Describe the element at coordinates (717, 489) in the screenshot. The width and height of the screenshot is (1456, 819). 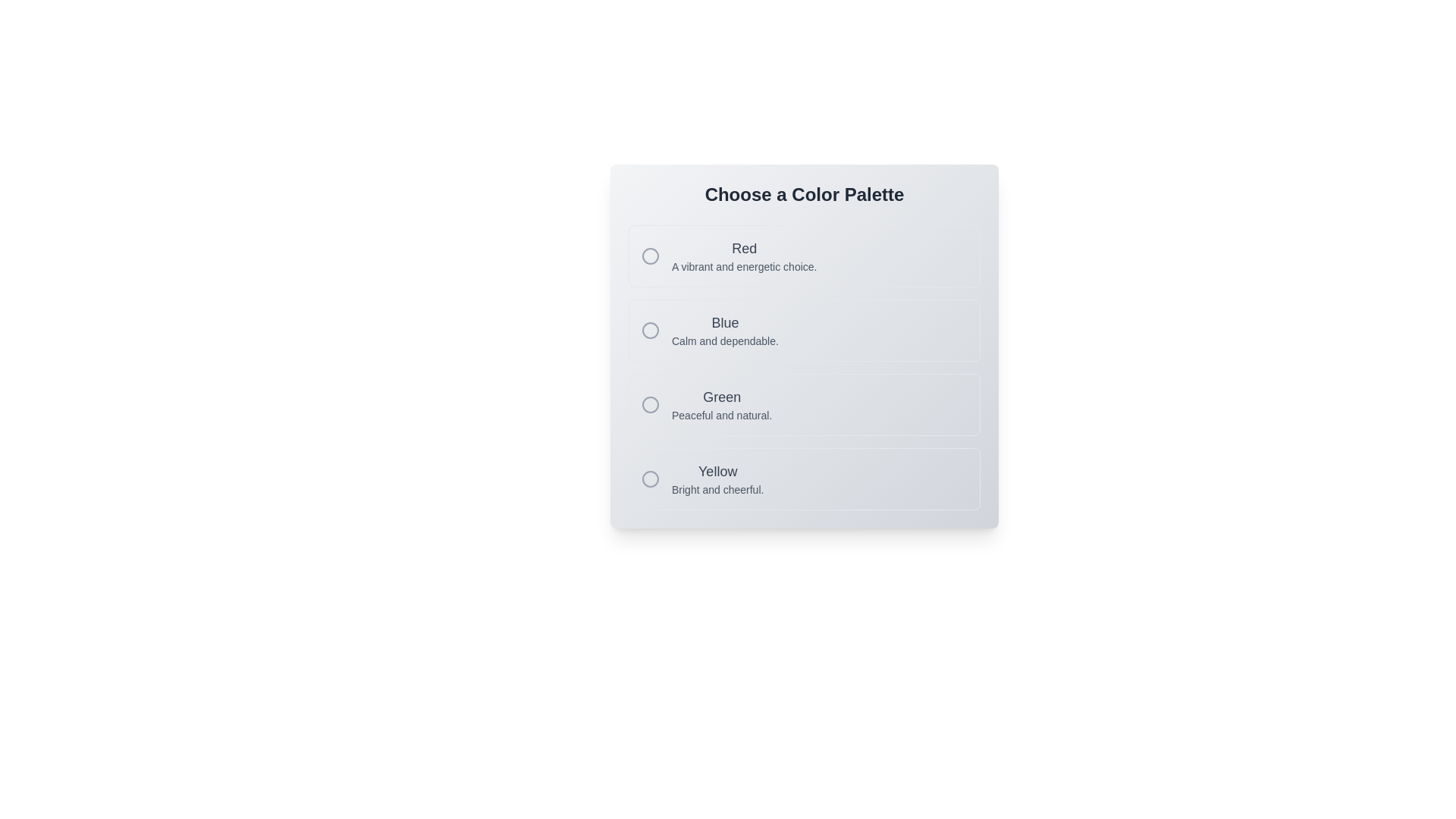
I see `the descriptive text label for the 'Yellow' color option, which provides additional information about that choice and is located directly below the 'Yellow' option` at that location.